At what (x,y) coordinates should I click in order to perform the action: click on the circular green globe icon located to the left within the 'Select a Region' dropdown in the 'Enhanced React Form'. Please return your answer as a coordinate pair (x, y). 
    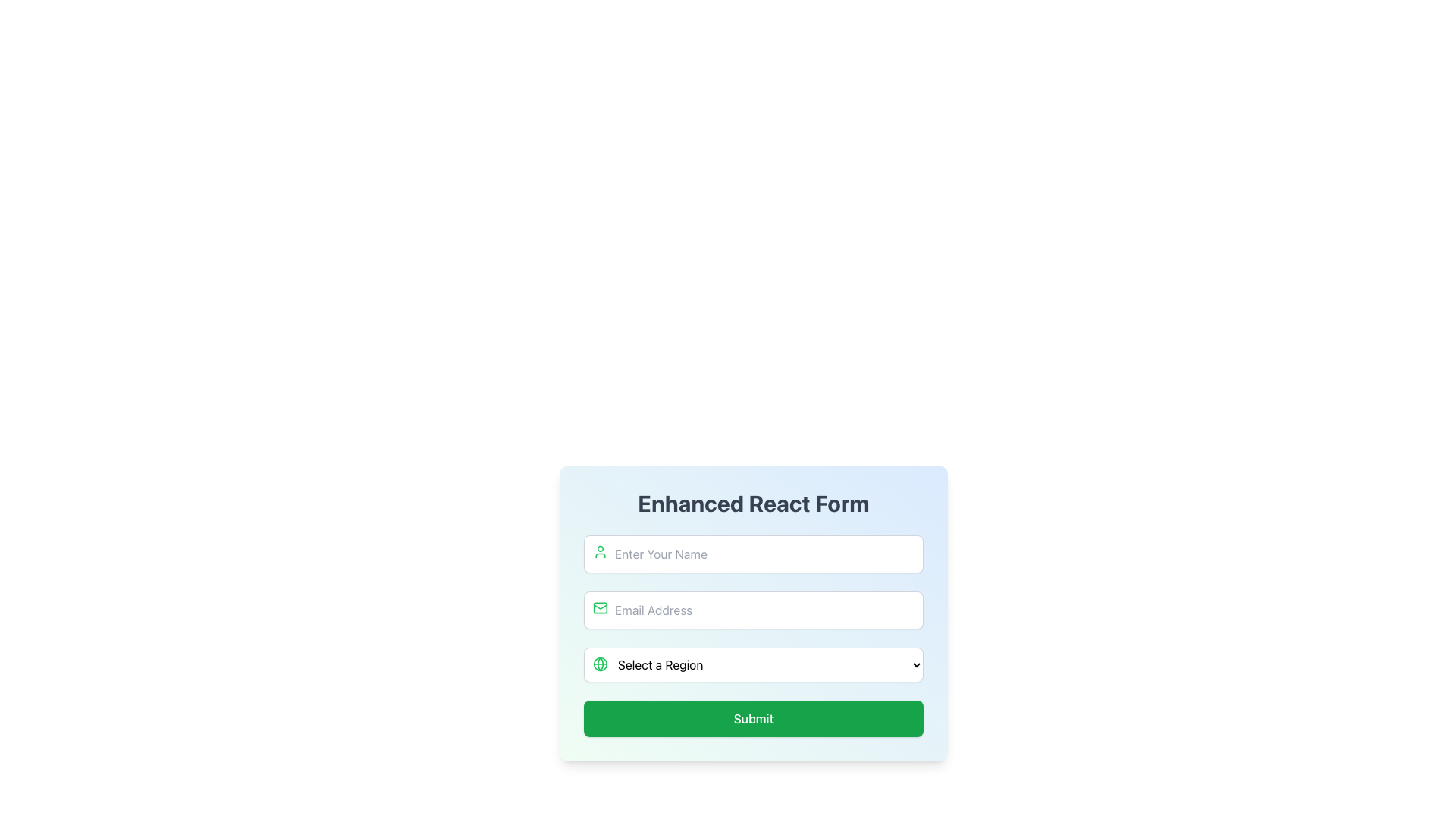
    Looking at the image, I should click on (600, 663).